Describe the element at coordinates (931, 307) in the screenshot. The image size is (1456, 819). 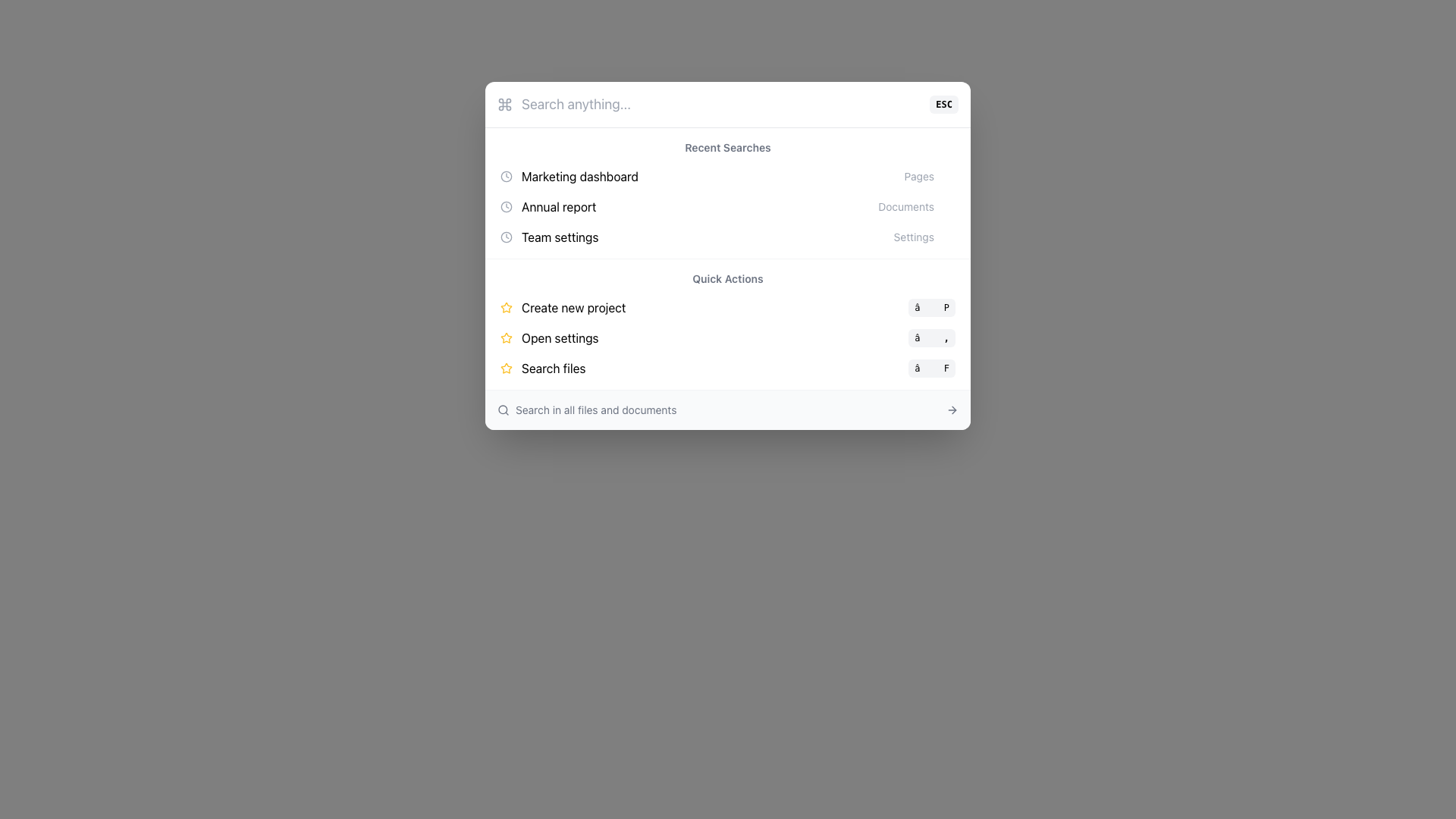
I see `the displayed shortcut key combination for the 'Create new project' action, located at the right end of the button group next to the 'Create new project' text in the 'Quick Actions' section` at that location.